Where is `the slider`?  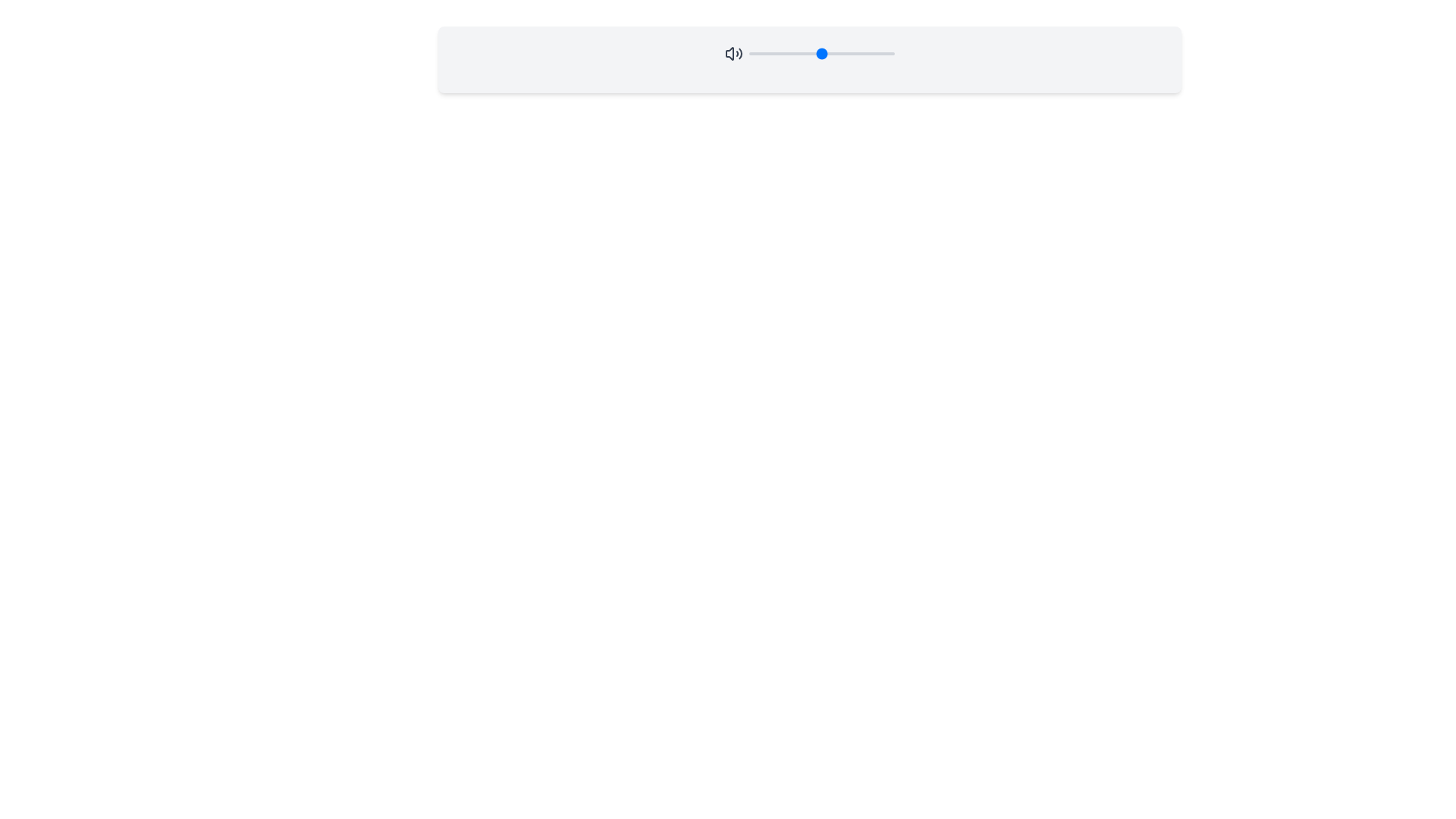 the slider is located at coordinates (834, 52).